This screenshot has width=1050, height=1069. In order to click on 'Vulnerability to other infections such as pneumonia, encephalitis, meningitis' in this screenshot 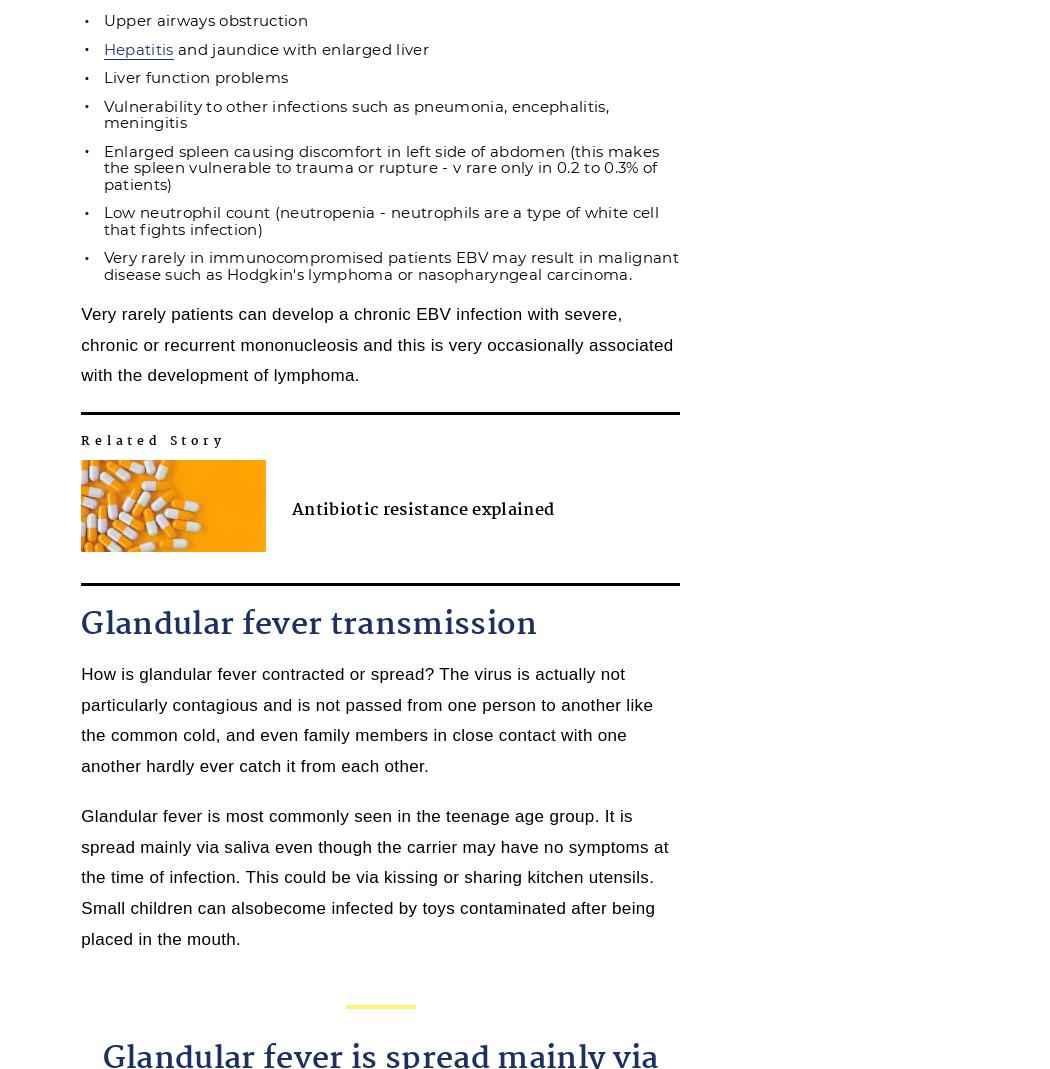, I will do `click(103, 113)`.